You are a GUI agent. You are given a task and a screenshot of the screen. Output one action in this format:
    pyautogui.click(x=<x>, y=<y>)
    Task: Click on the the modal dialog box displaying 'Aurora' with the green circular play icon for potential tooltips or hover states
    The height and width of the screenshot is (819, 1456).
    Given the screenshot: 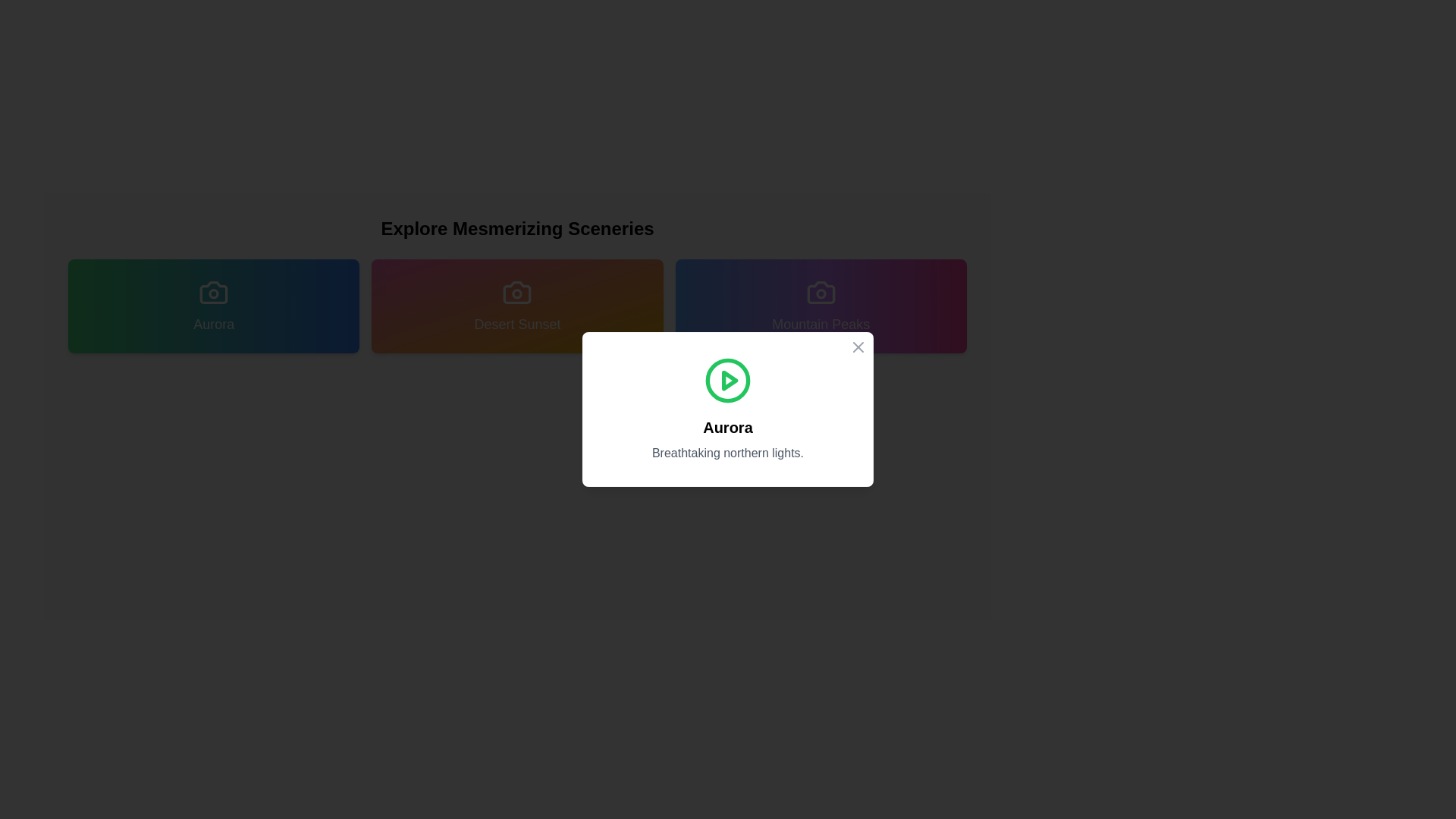 What is the action you would take?
    pyautogui.click(x=728, y=409)
    